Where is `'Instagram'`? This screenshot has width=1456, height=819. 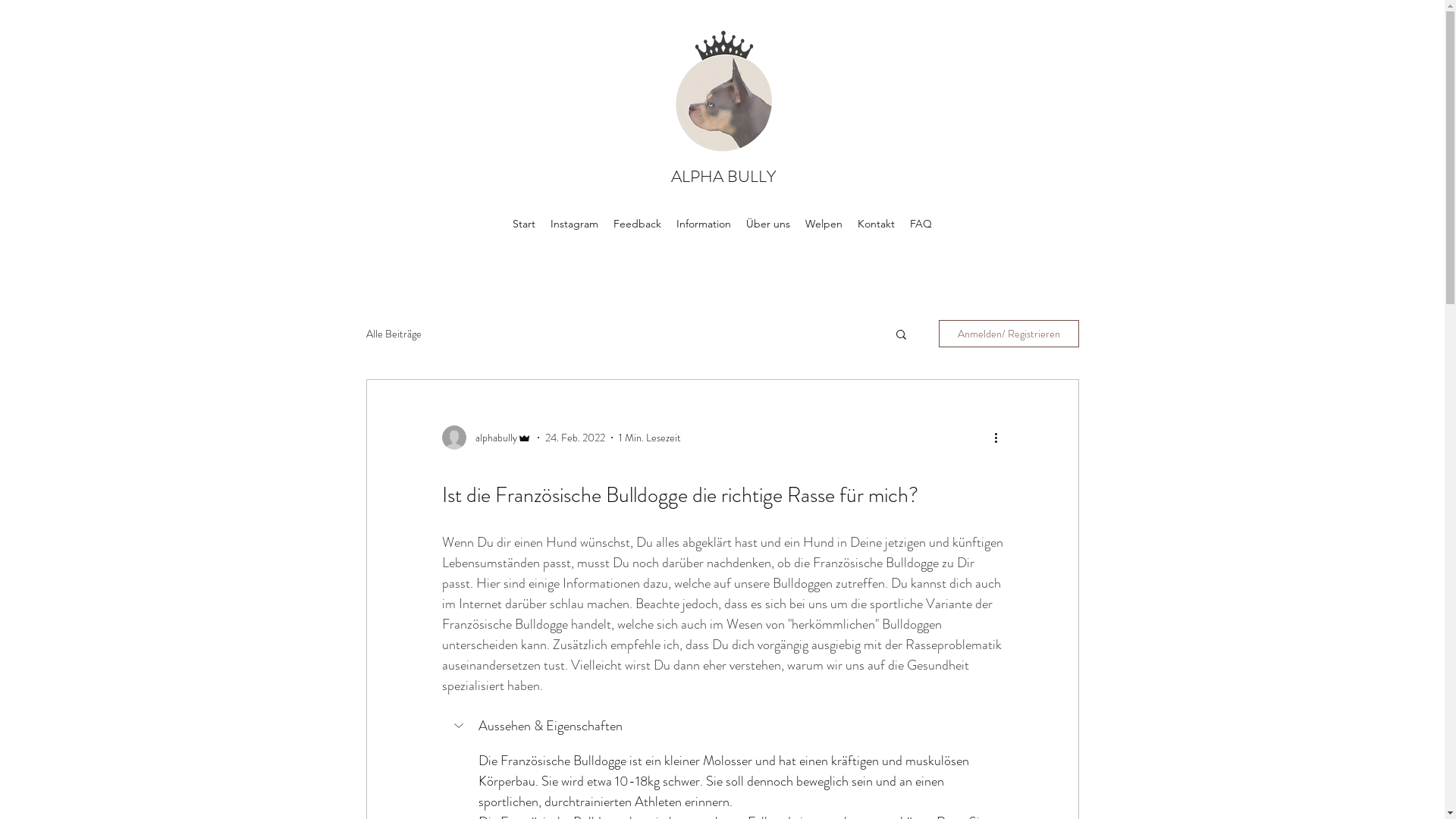 'Instagram' is located at coordinates (573, 223).